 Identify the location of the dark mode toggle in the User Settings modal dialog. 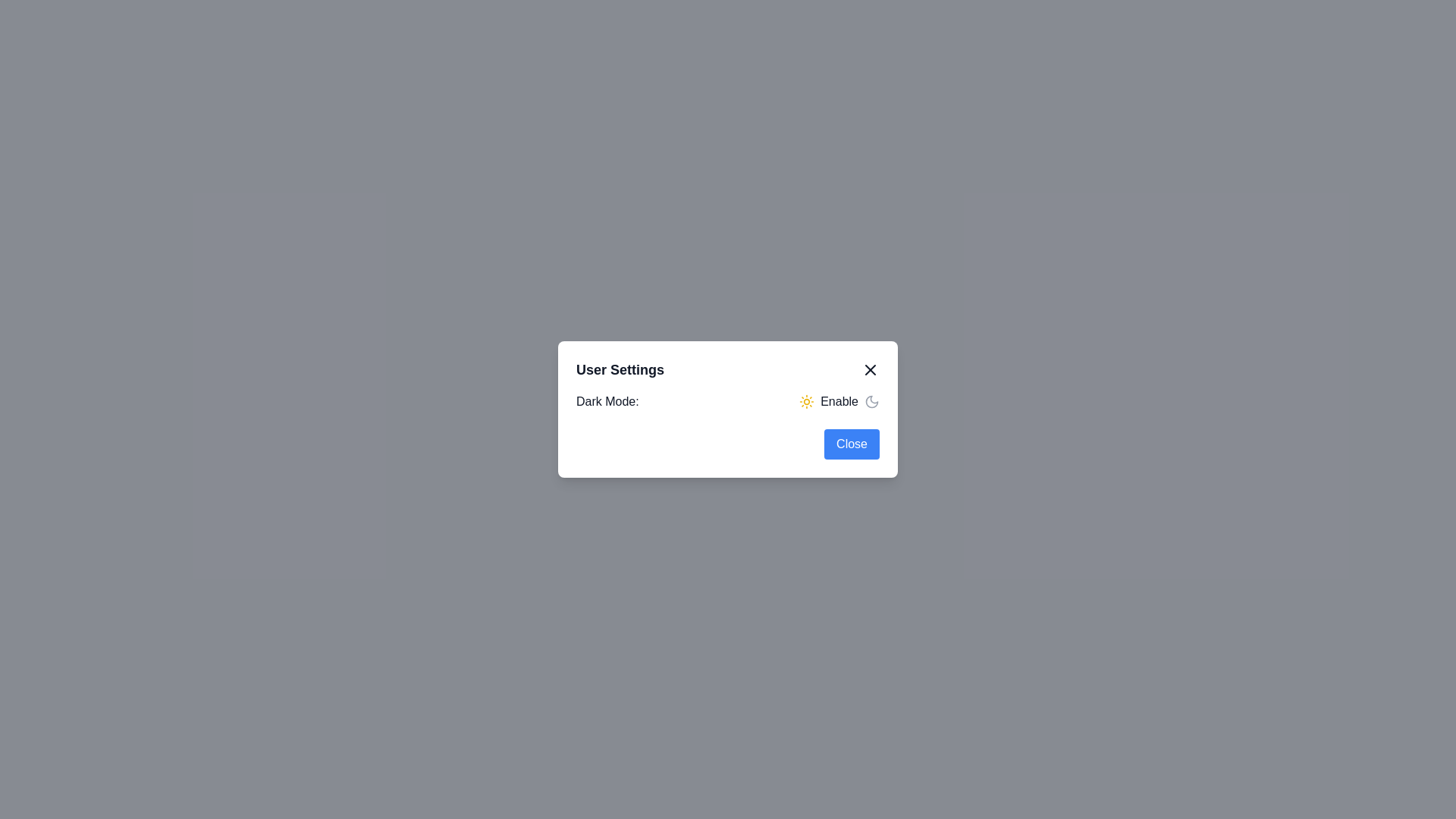
(728, 409).